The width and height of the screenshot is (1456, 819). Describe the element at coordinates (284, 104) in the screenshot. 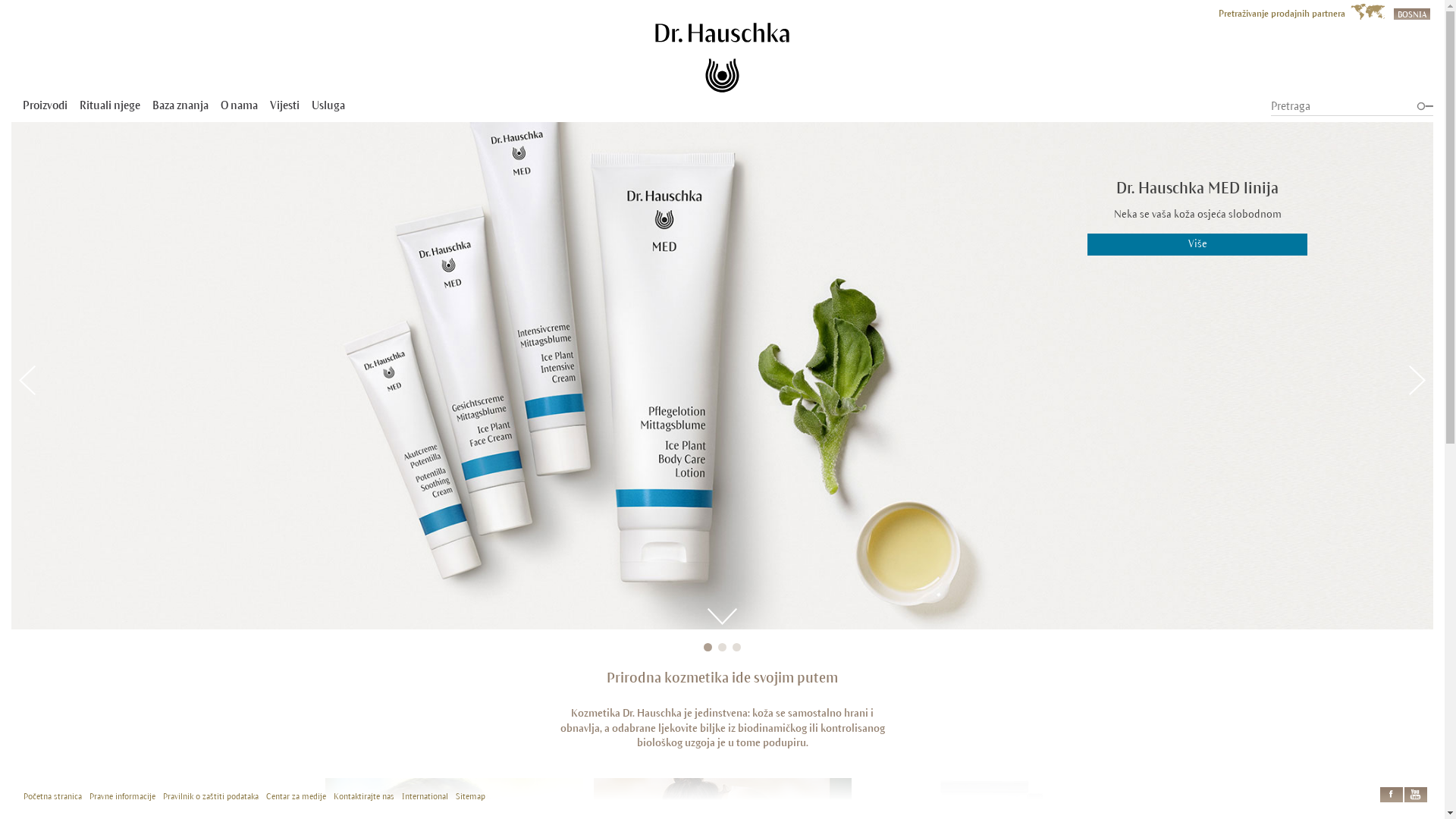

I see `'Vijesti'` at that location.